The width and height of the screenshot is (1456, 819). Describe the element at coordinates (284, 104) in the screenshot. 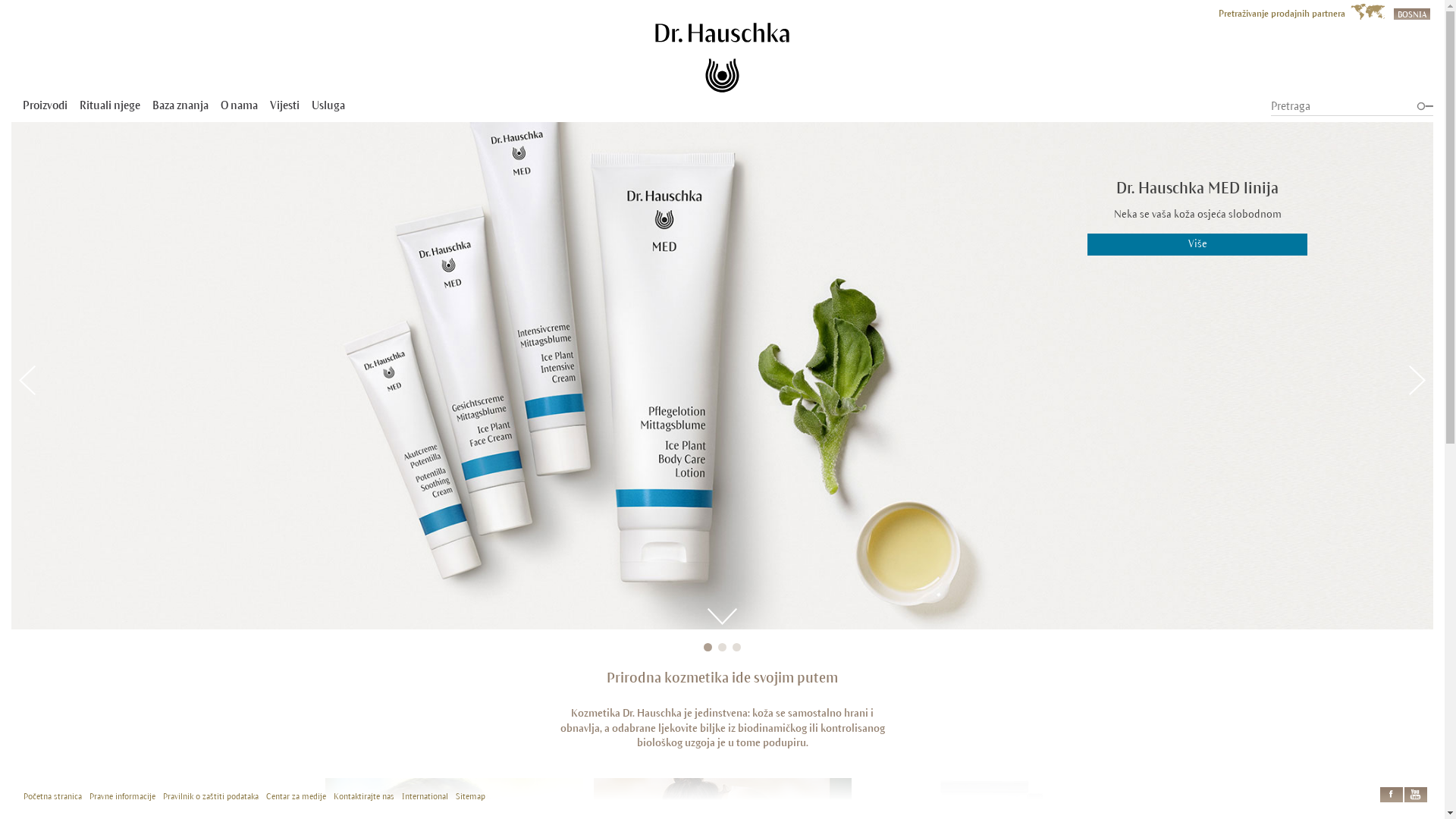

I see `'Vijesti'` at that location.